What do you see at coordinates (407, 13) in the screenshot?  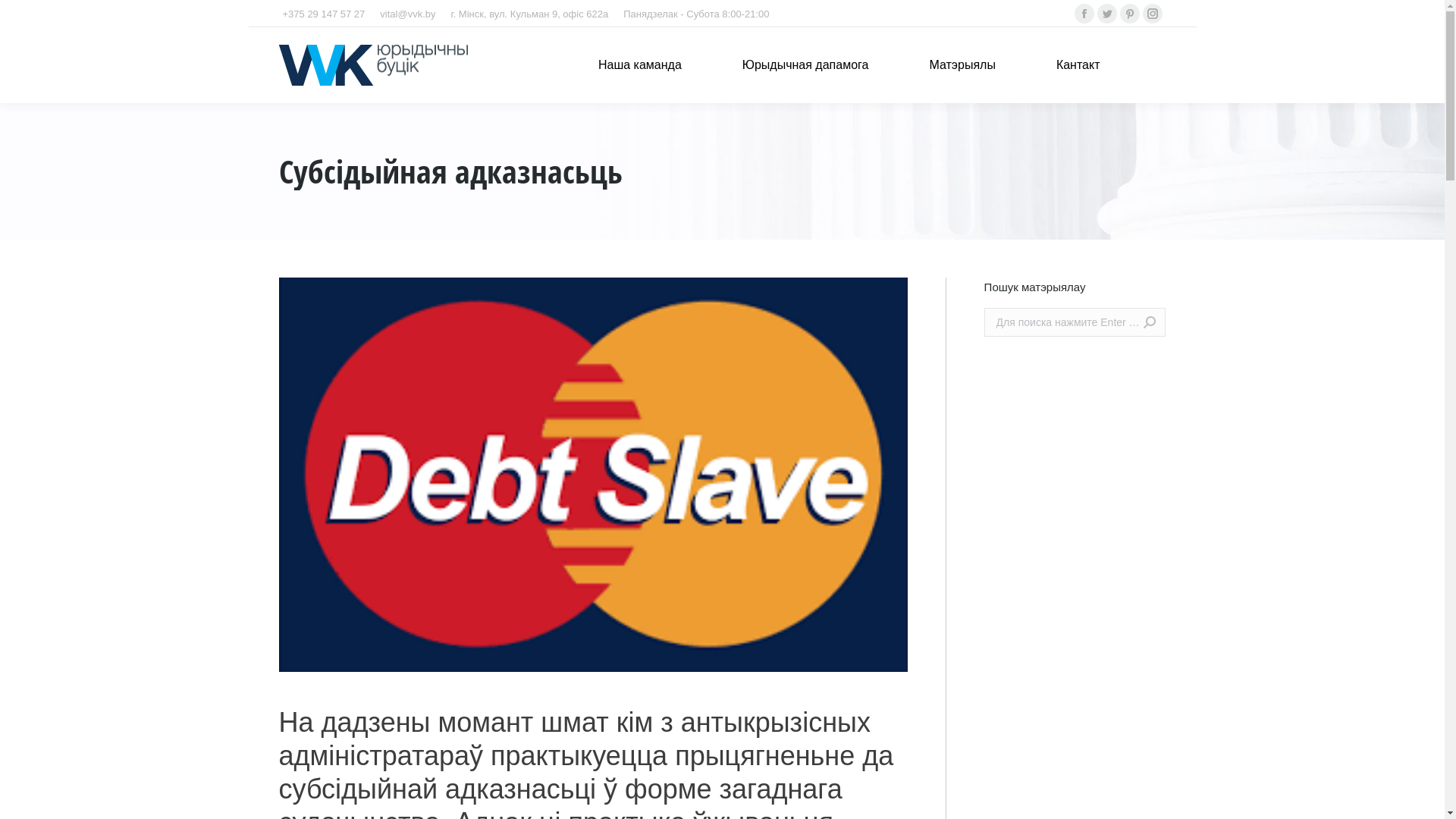 I see `'vital@vvk.by'` at bounding box center [407, 13].